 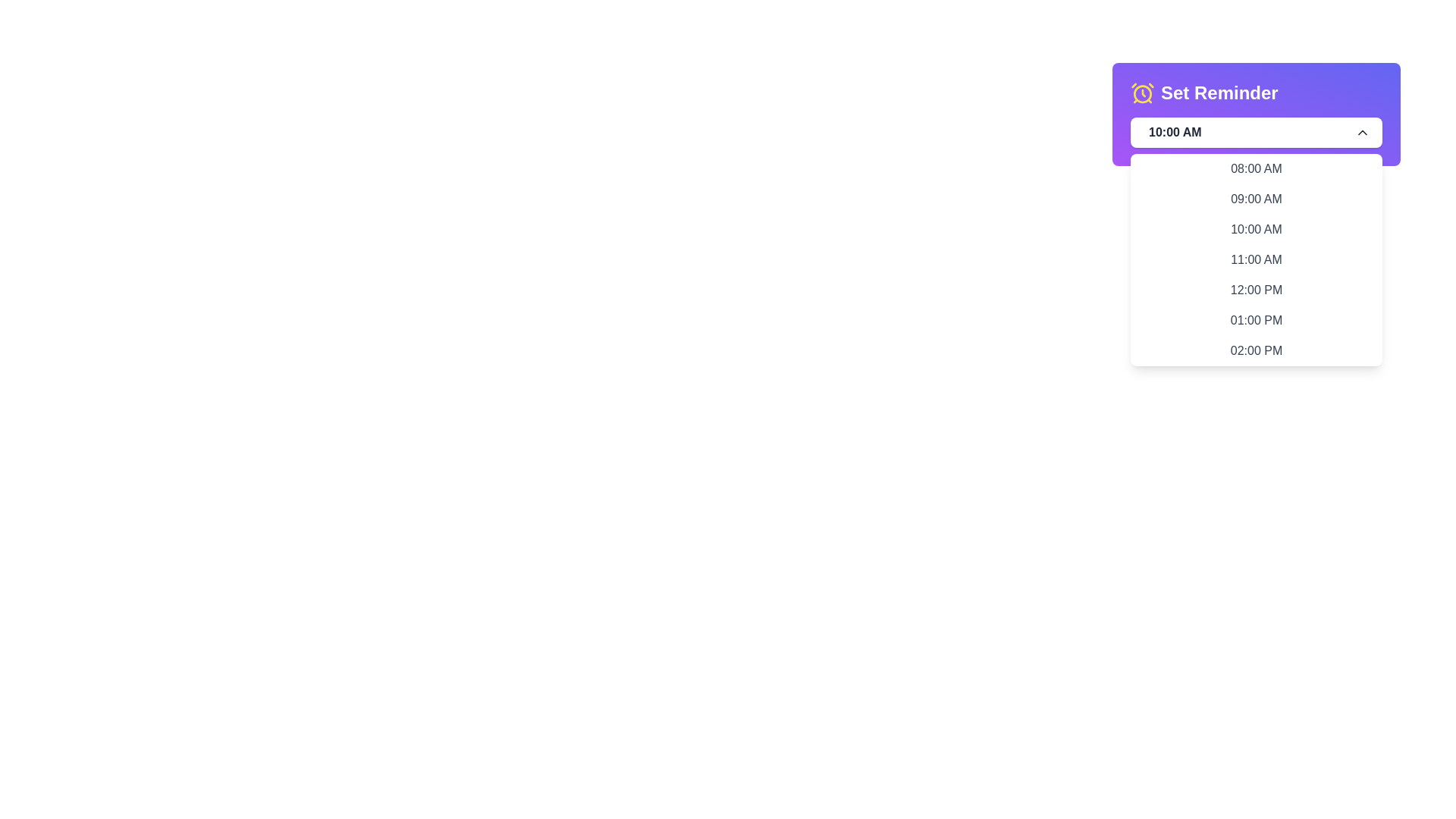 I want to click on the list item displaying the time '11:00 AM' in the dropdown menu, so click(x=1256, y=259).